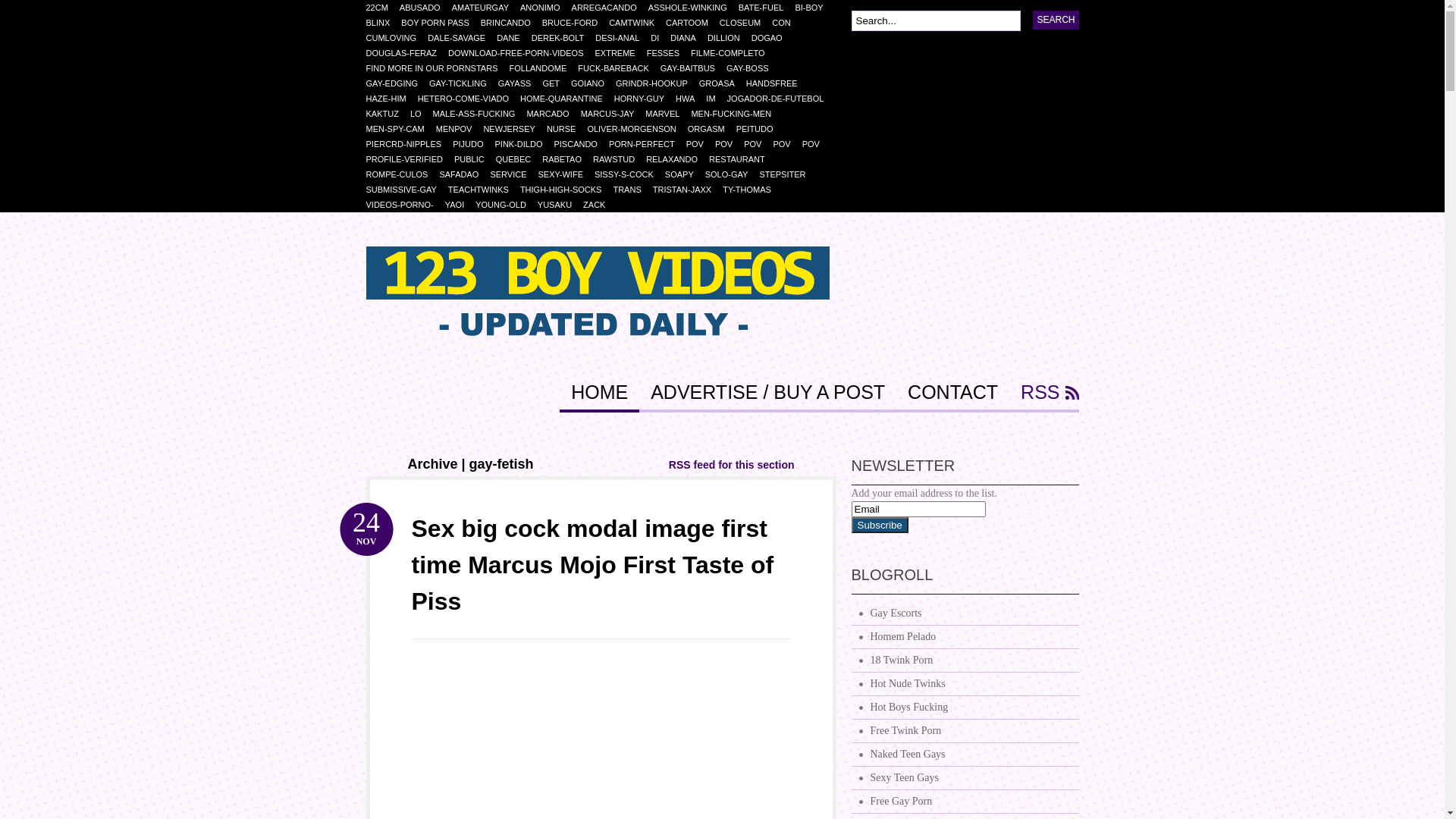 This screenshot has width=1456, height=819. What do you see at coordinates (468, 99) in the screenshot?
I see `'HETERO-COME-VIADO'` at bounding box center [468, 99].